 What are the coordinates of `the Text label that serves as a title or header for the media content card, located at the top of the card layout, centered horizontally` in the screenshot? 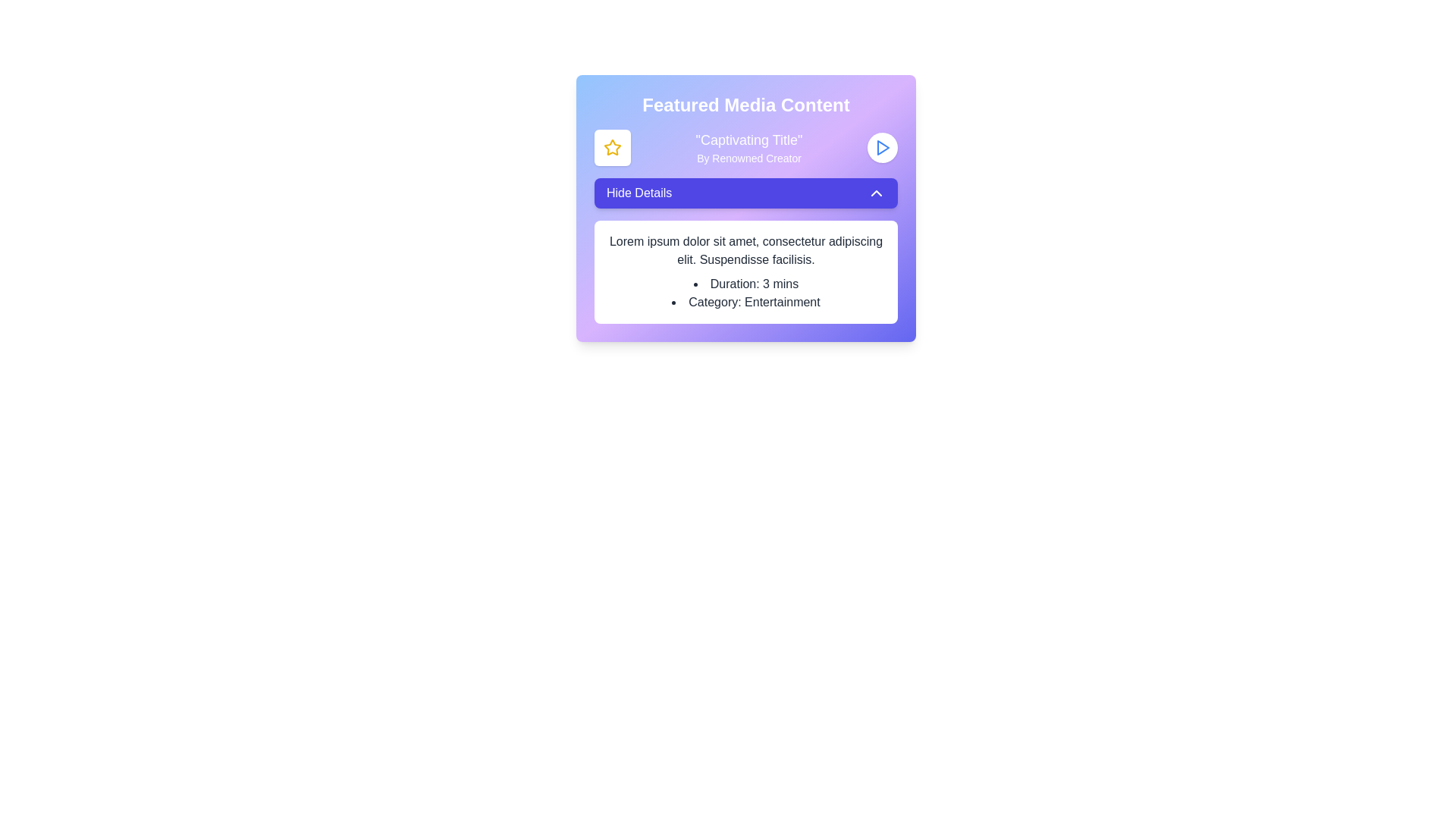 It's located at (745, 104).